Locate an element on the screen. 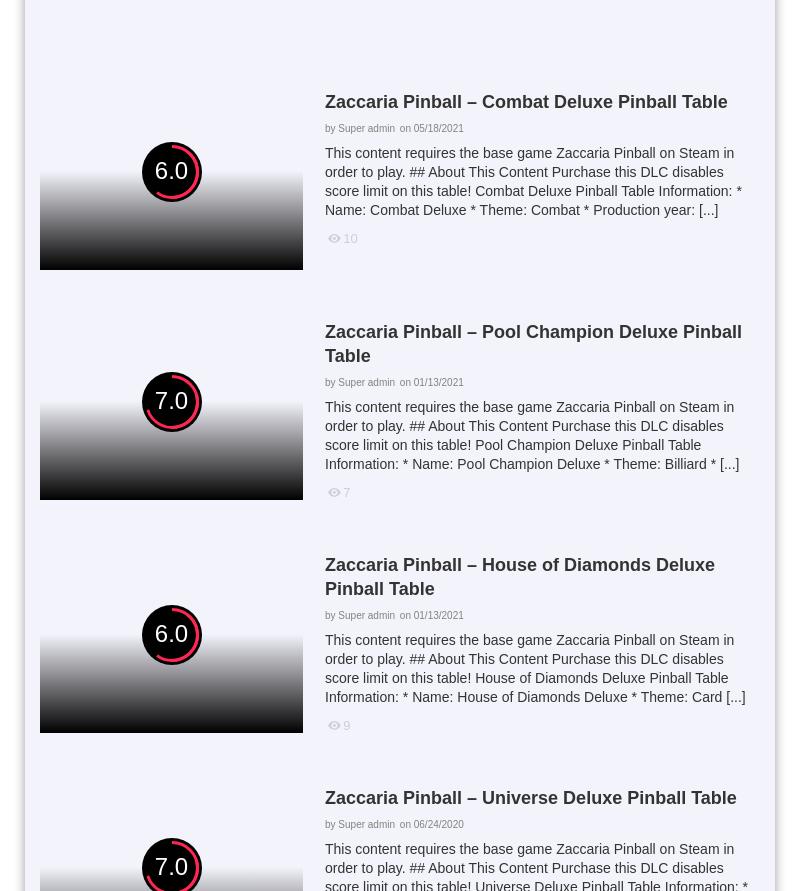  'This content requires the base game Zaccaria Pinball on Steam in order to play. ## About This Content Purchase this DLC disables score limit on this table! House of Diamonds Deluxe Pinball Table Information: * Name: House of Diamonds Deluxe * Theme: Card [...]' is located at coordinates (534, 666).